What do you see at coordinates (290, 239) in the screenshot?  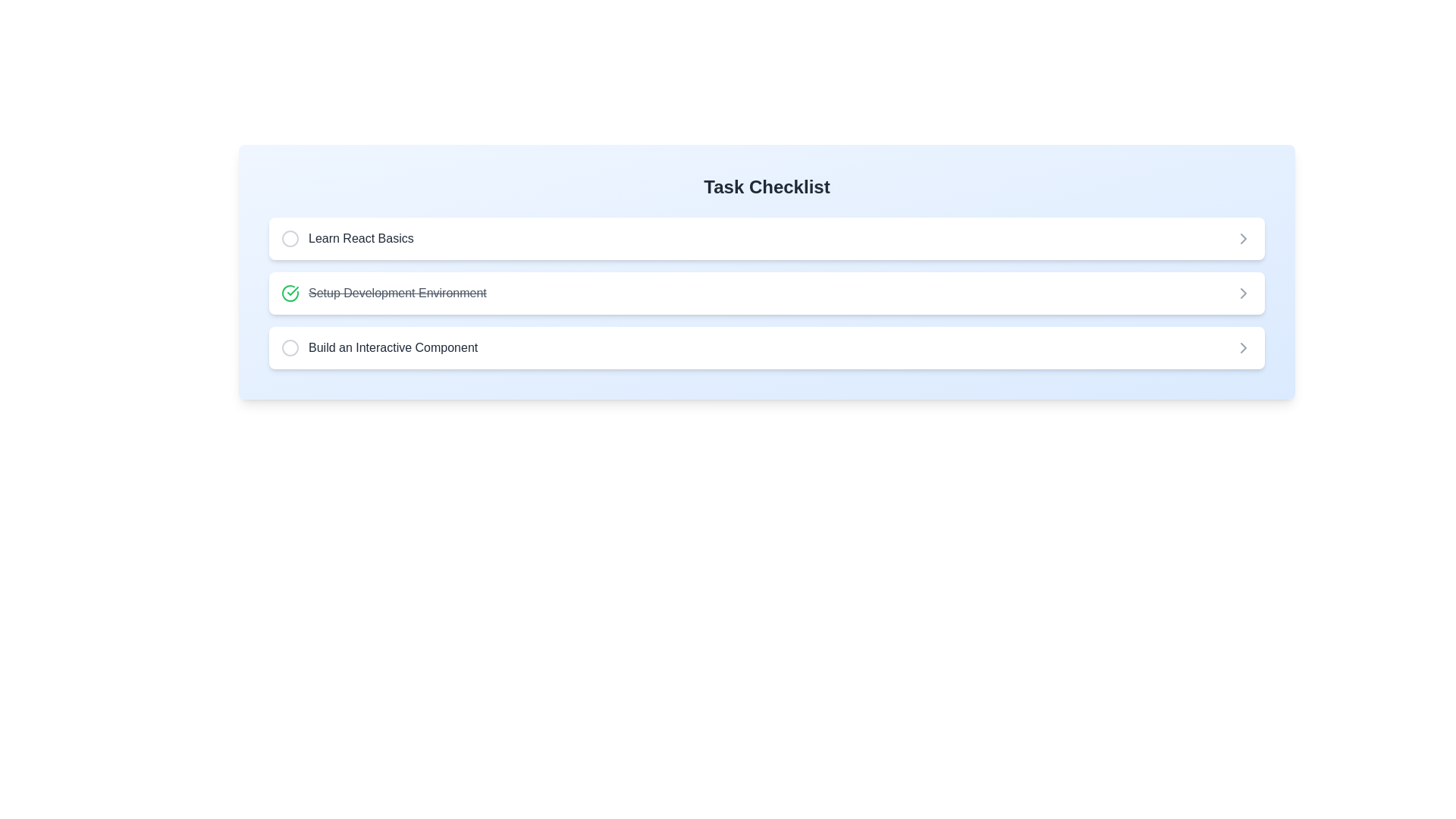 I see `the graphical circle element that indicates the status of the checklist item 'Learn React Basics' in the 'Task Checklist'` at bounding box center [290, 239].